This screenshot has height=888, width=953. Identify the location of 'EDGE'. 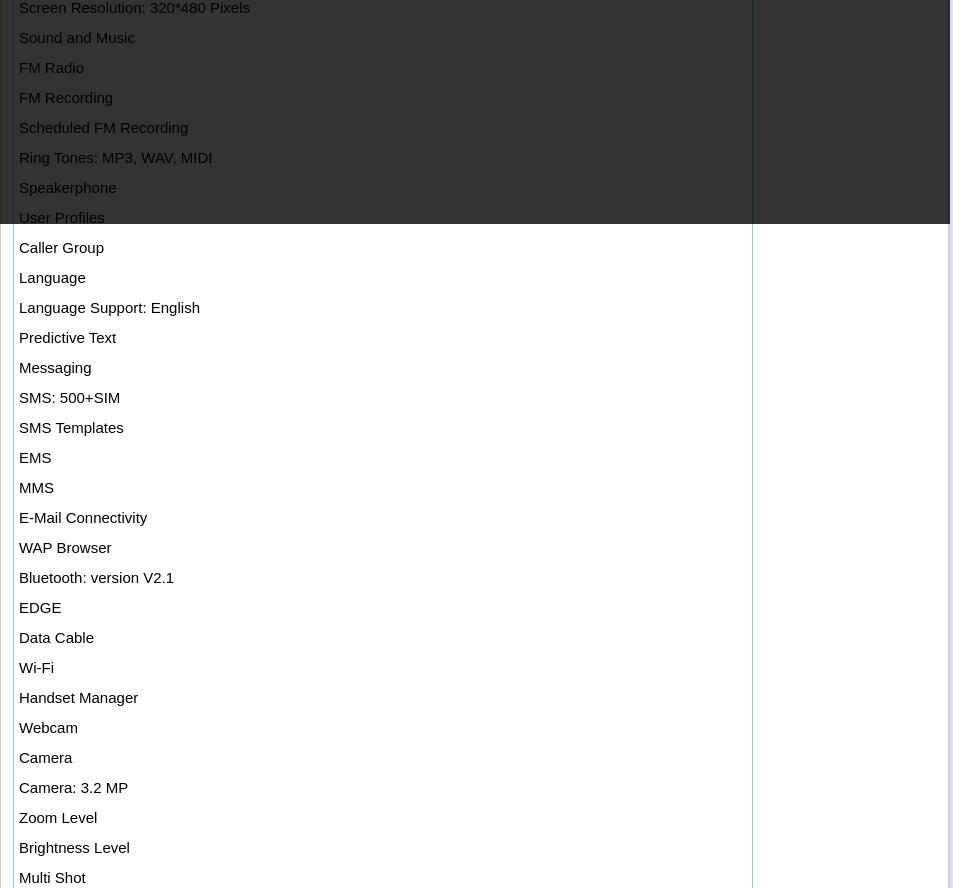
(39, 607).